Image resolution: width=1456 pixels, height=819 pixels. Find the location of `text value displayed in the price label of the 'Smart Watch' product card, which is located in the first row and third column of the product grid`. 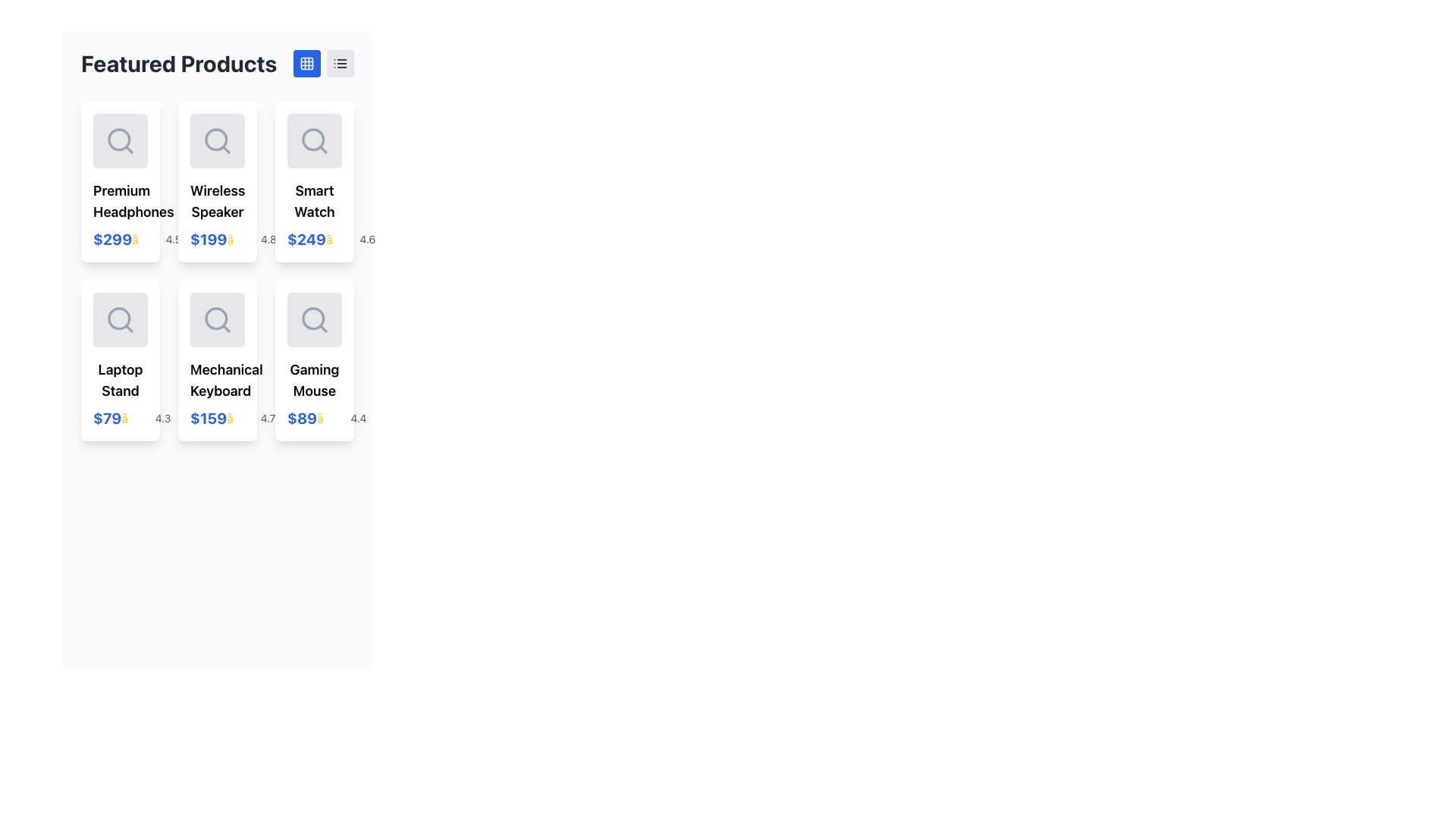

text value displayed in the price label of the 'Smart Watch' product card, which is located in the first row and third column of the product grid is located at coordinates (306, 239).